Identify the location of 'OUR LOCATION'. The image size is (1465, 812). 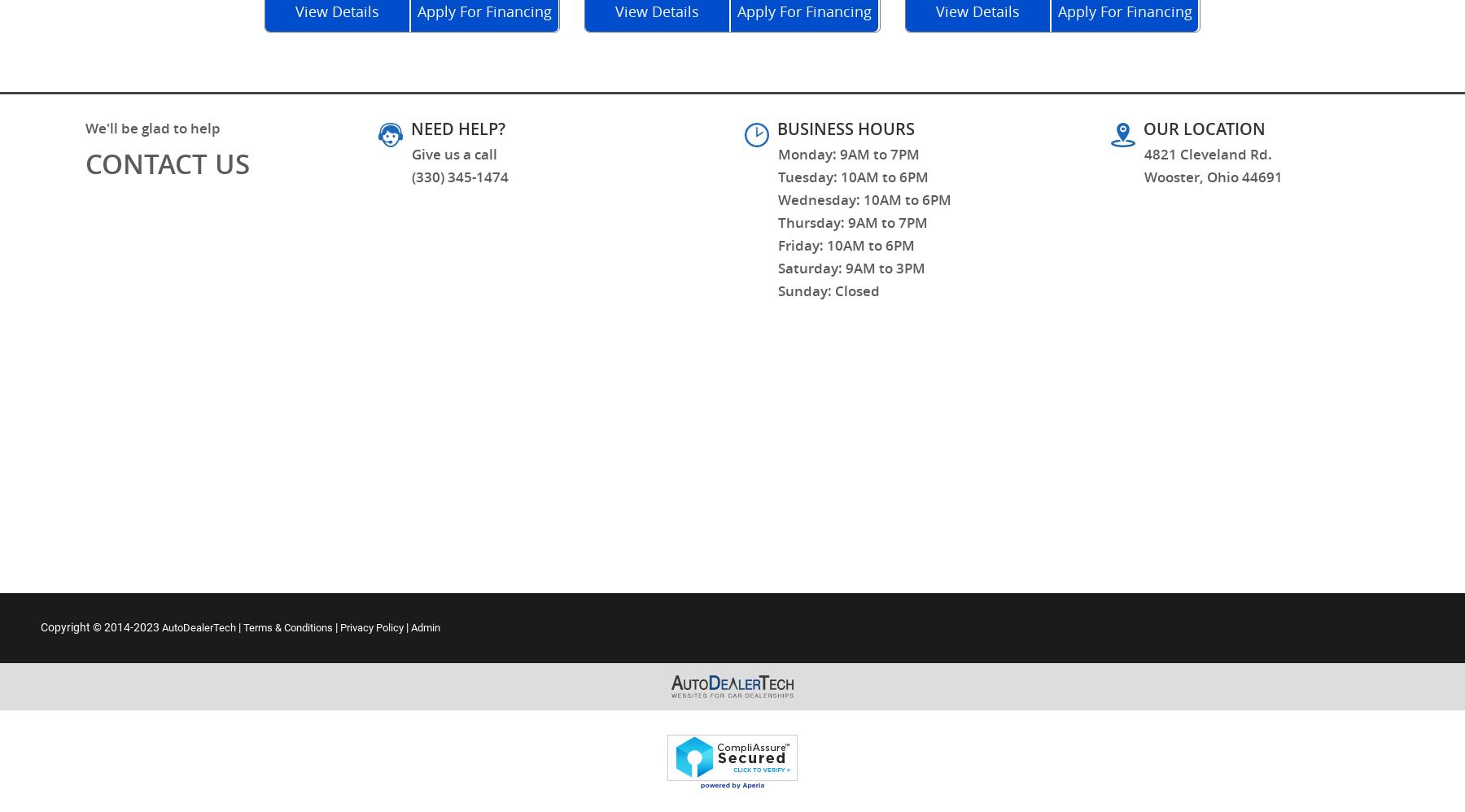
(1204, 128).